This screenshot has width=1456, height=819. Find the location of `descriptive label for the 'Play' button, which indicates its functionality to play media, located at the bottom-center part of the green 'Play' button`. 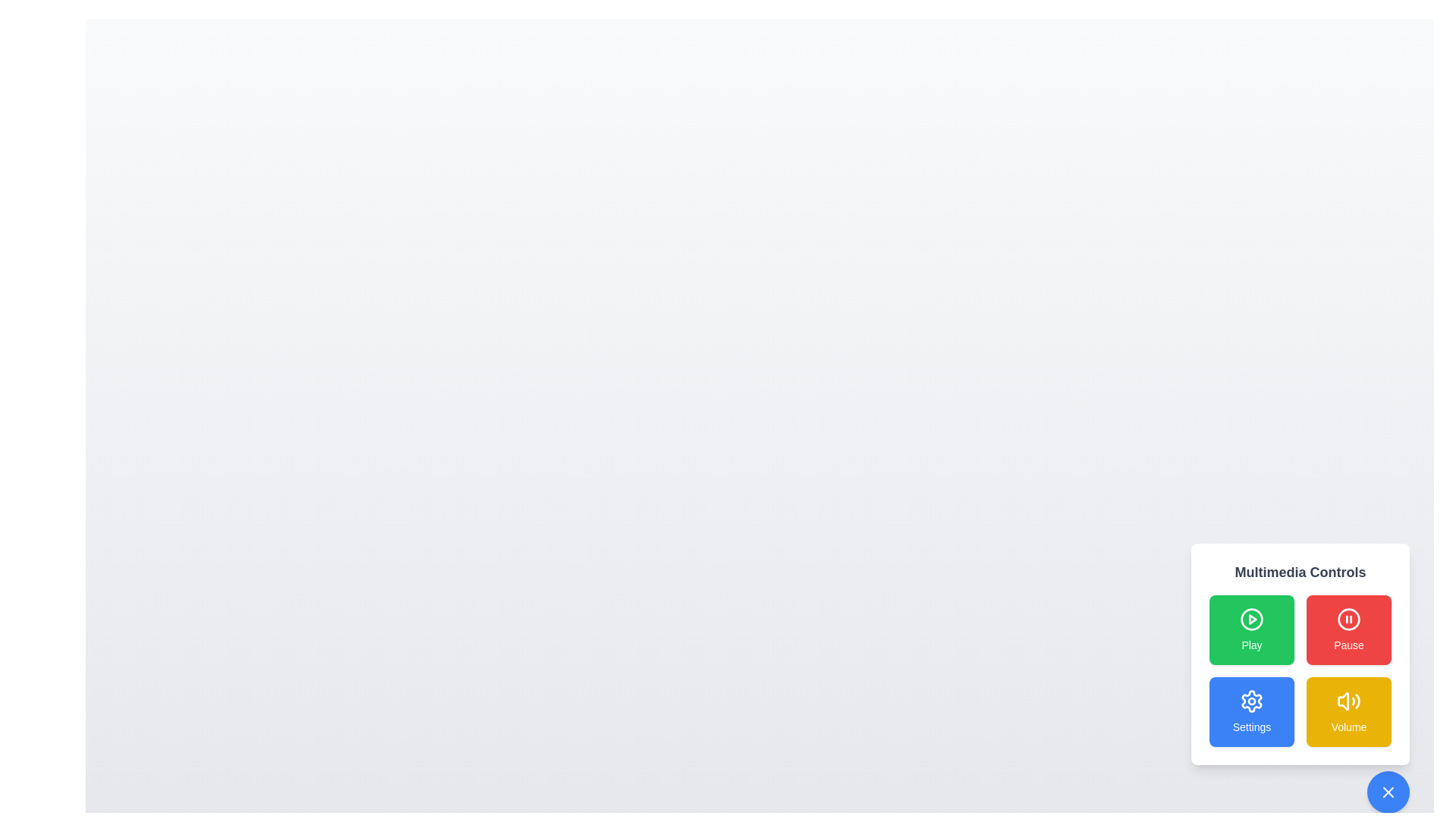

descriptive label for the 'Play' button, which indicates its functionality to play media, located at the bottom-center part of the green 'Play' button is located at coordinates (1252, 645).